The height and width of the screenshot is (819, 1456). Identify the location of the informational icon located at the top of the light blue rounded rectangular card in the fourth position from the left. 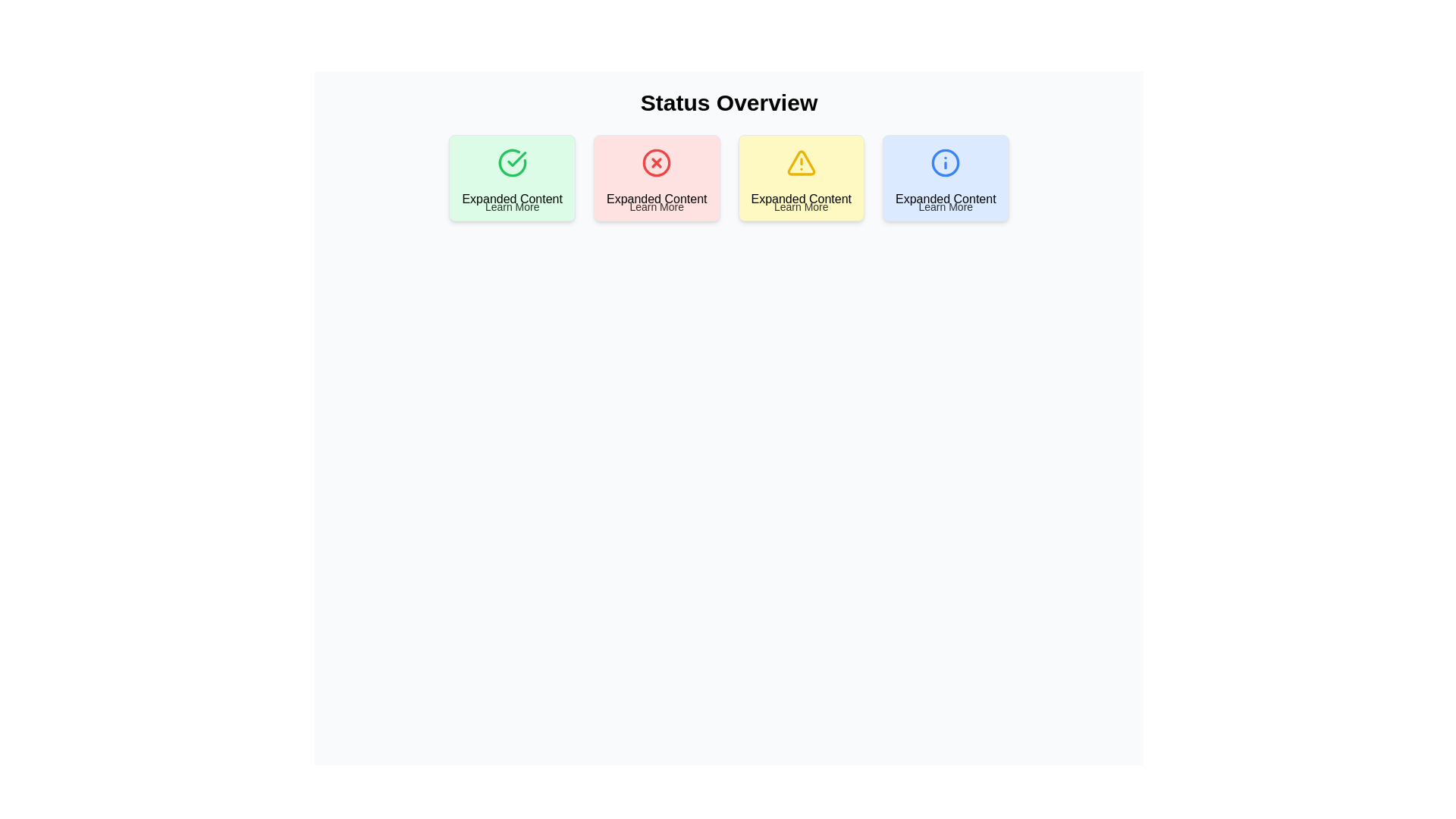
(945, 163).